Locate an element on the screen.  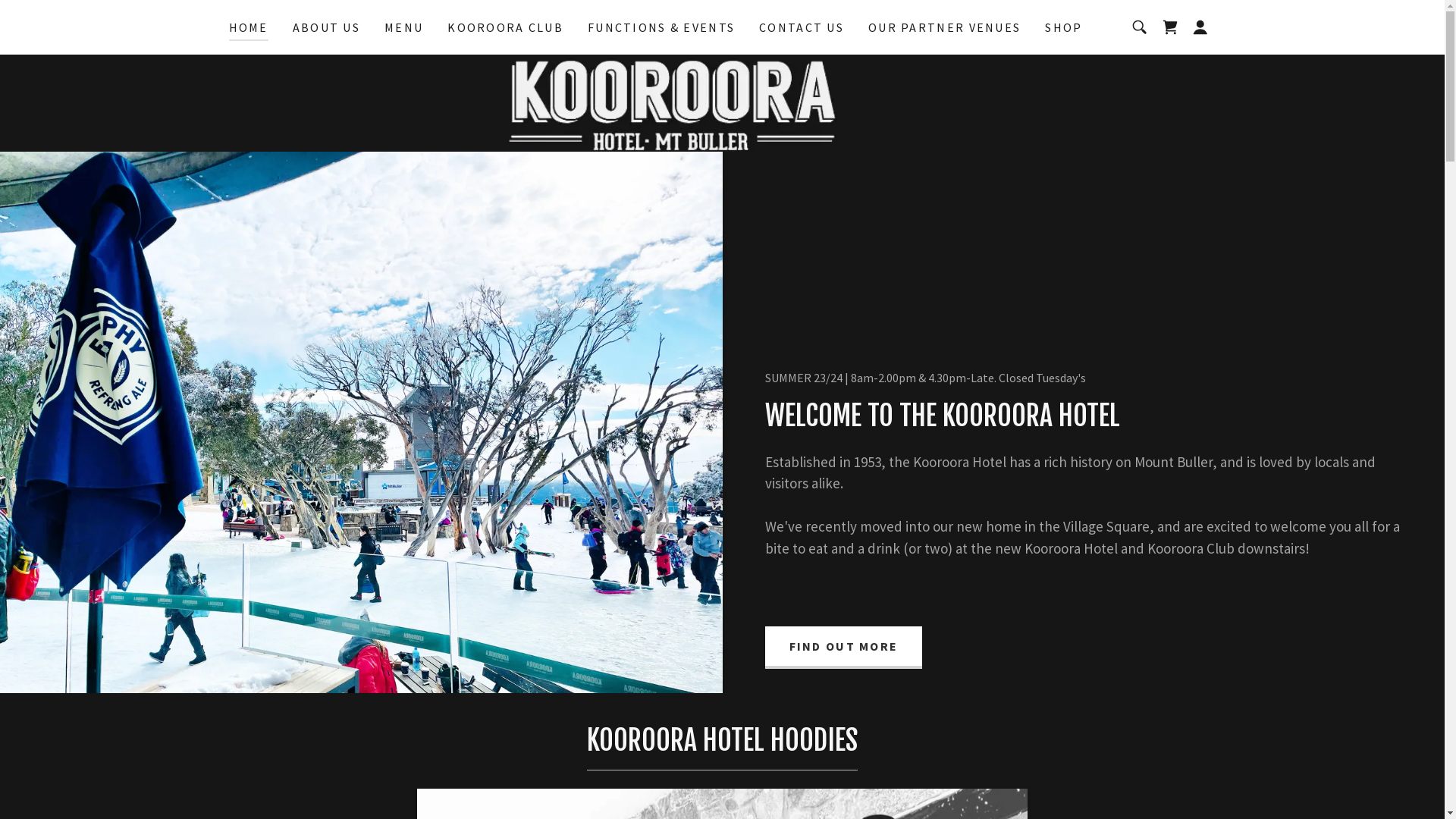
'FIND OUT MORE' is located at coordinates (764, 647).